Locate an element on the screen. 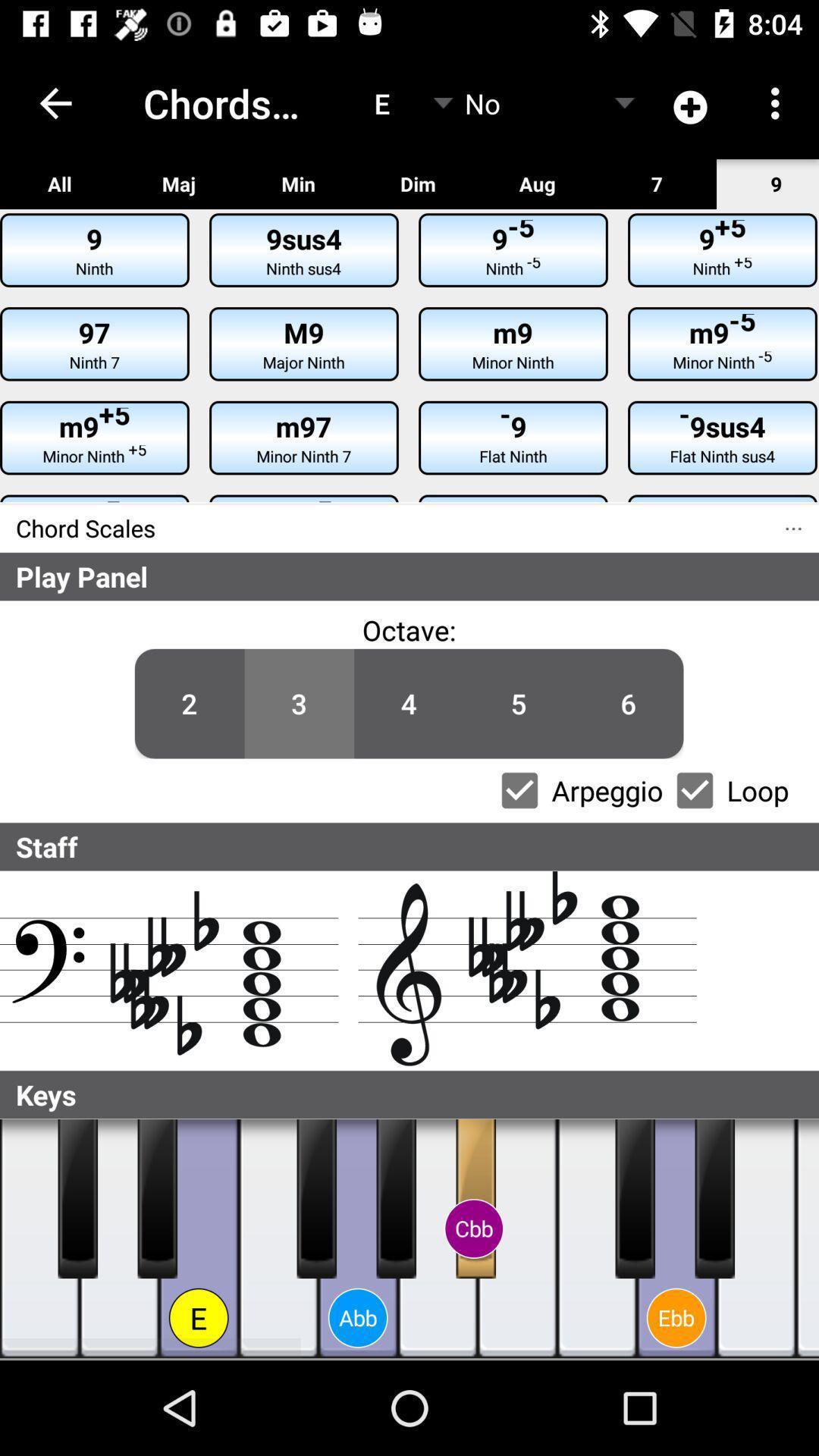  d keyboard key is located at coordinates (118, 1238).